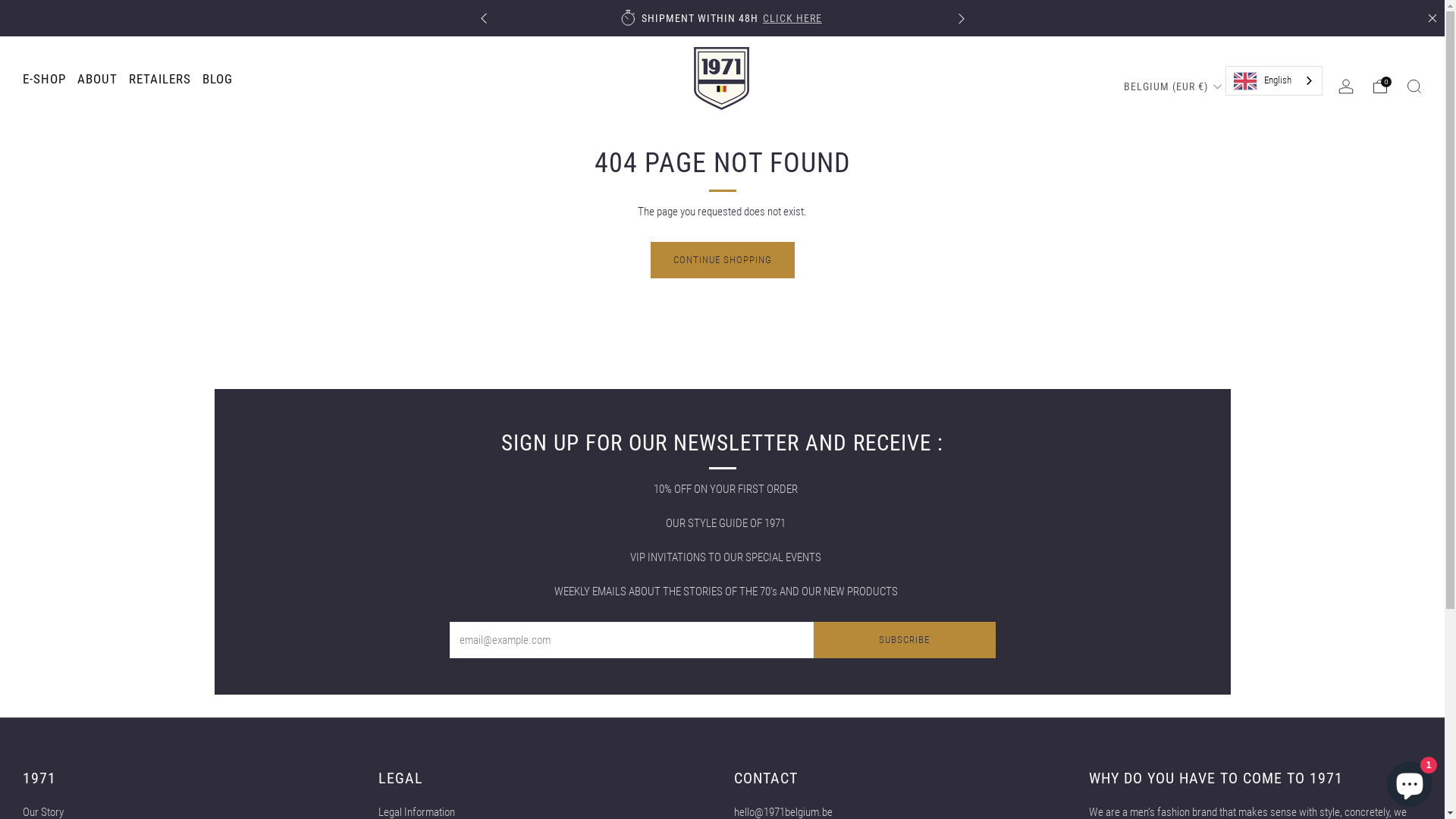  Describe the element at coordinates (1408, 780) in the screenshot. I see `'Shopify online store chat'` at that location.